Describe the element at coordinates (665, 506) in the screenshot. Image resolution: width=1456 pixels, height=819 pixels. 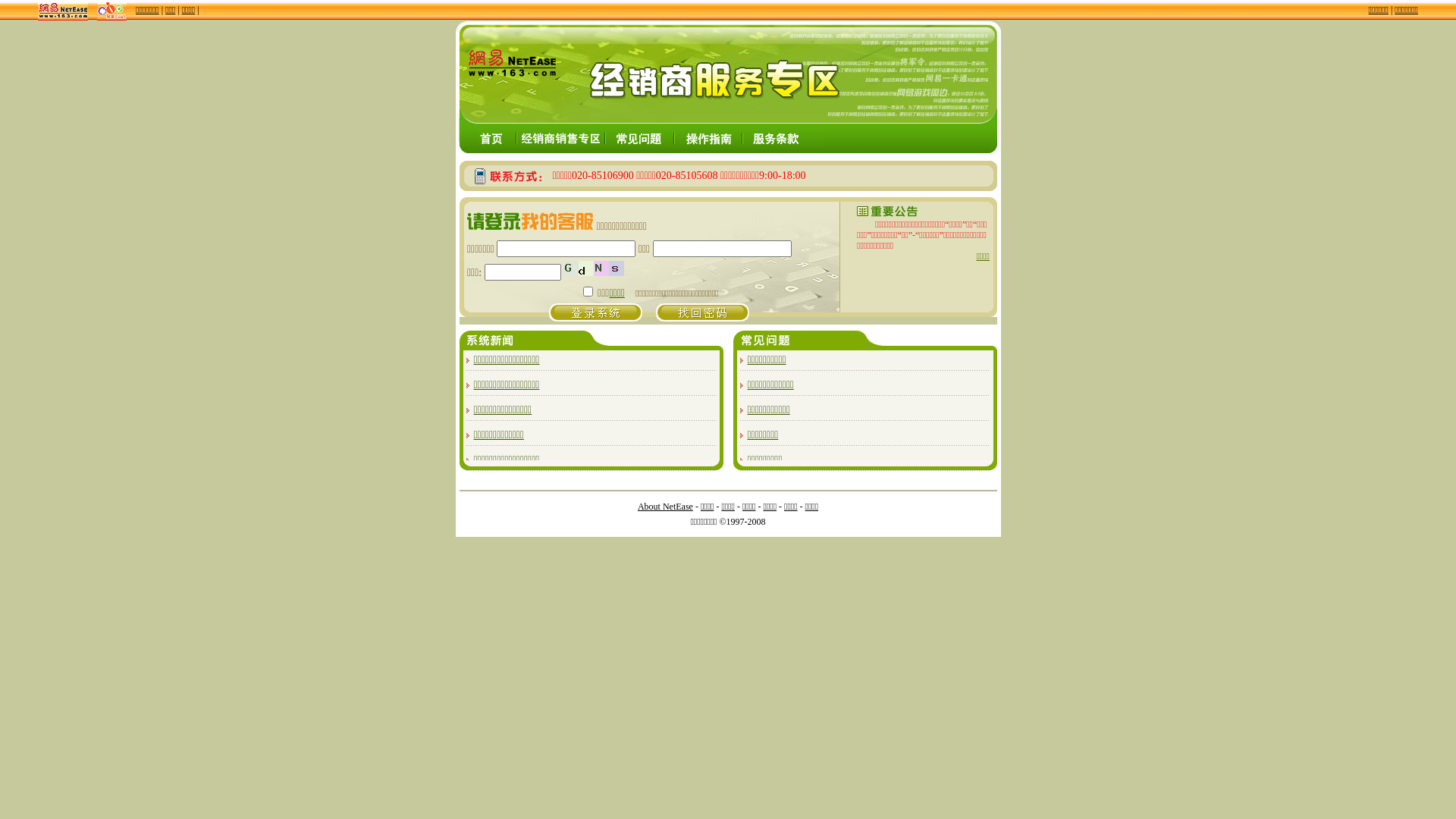
I see `'About NetEase'` at that location.